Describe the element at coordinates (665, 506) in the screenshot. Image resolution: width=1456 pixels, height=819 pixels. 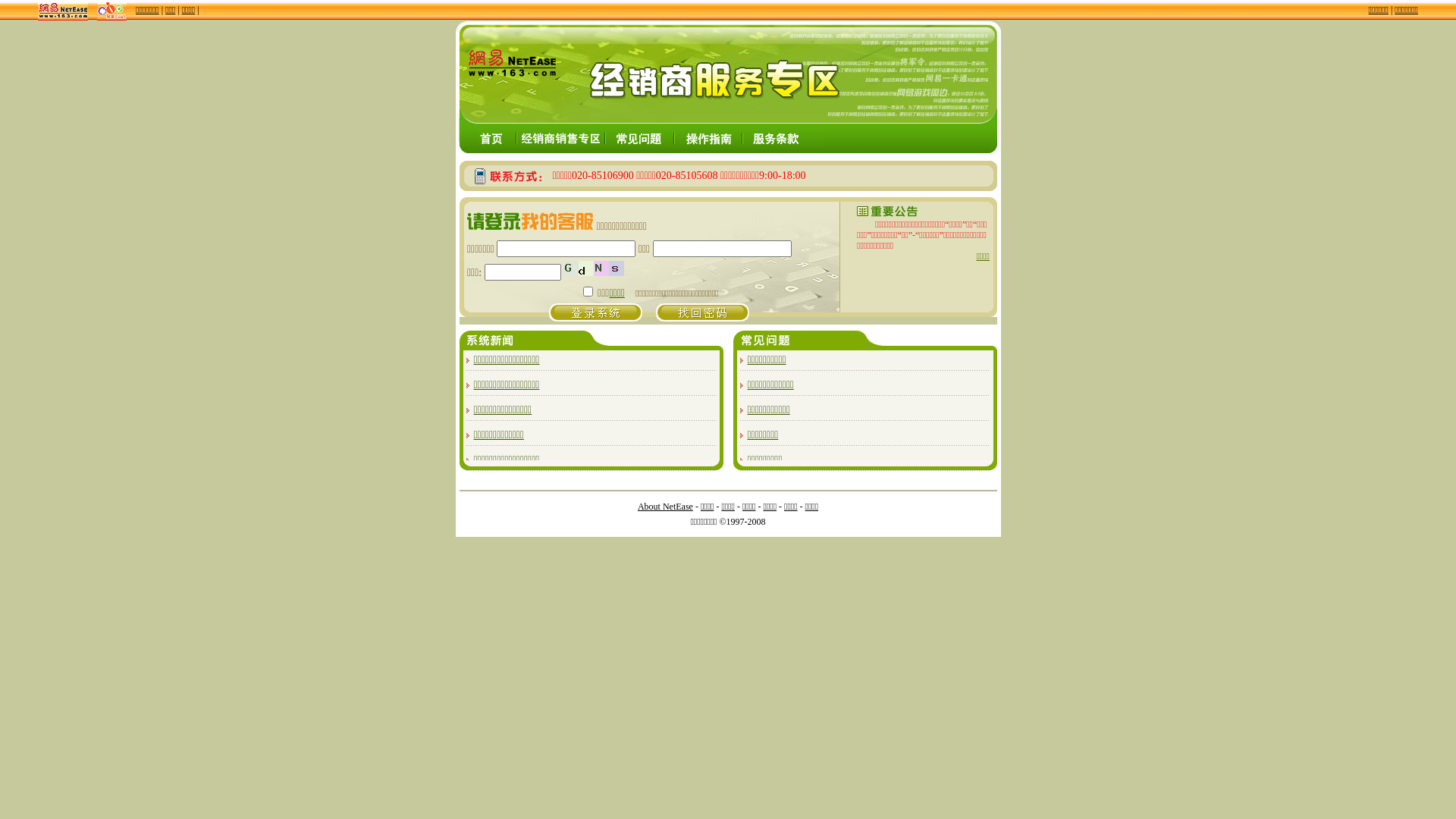
I see `'About NetEase'` at that location.